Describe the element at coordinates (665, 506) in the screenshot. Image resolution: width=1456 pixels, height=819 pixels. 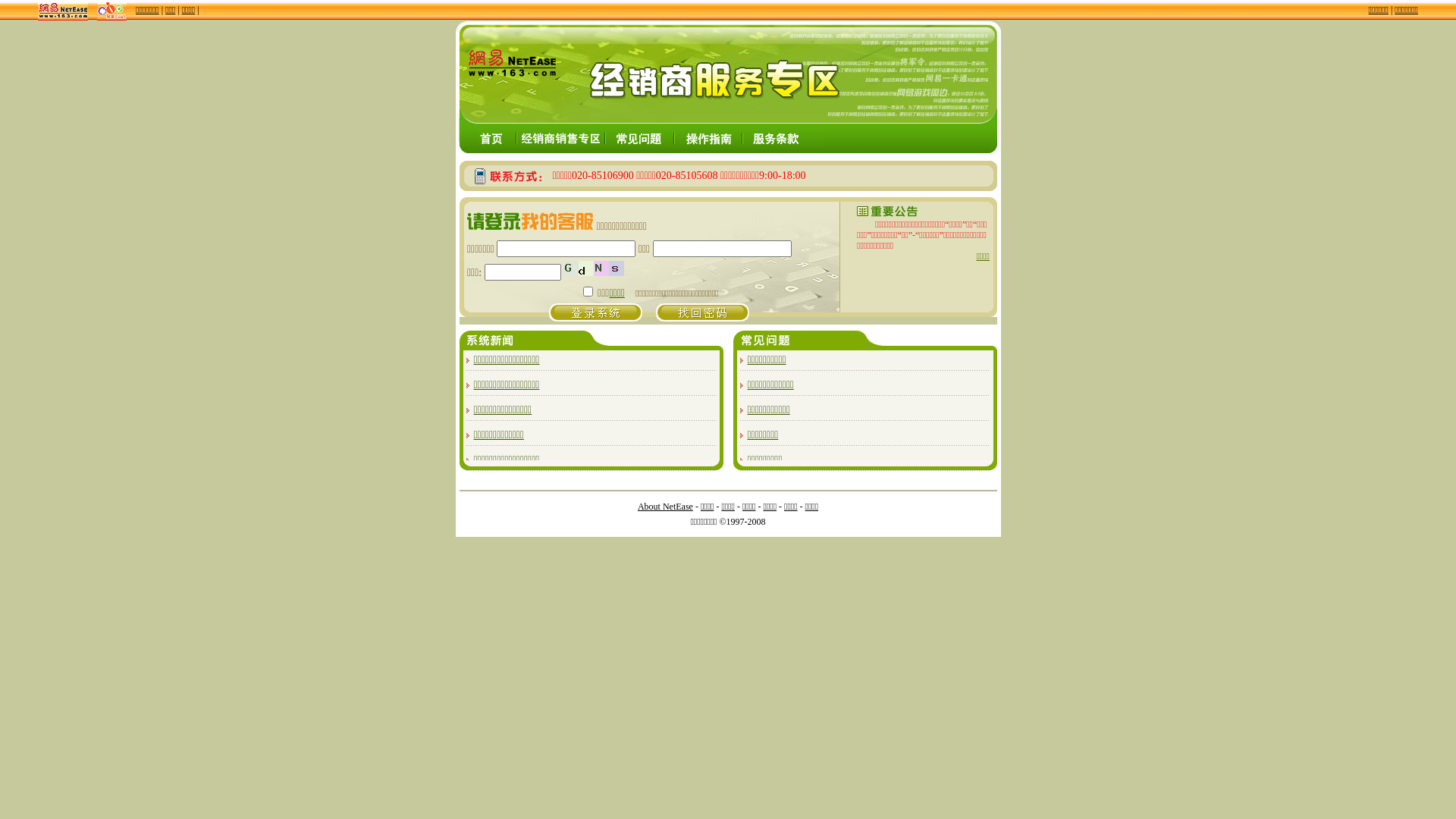
I see `'About NetEase'` at that location.